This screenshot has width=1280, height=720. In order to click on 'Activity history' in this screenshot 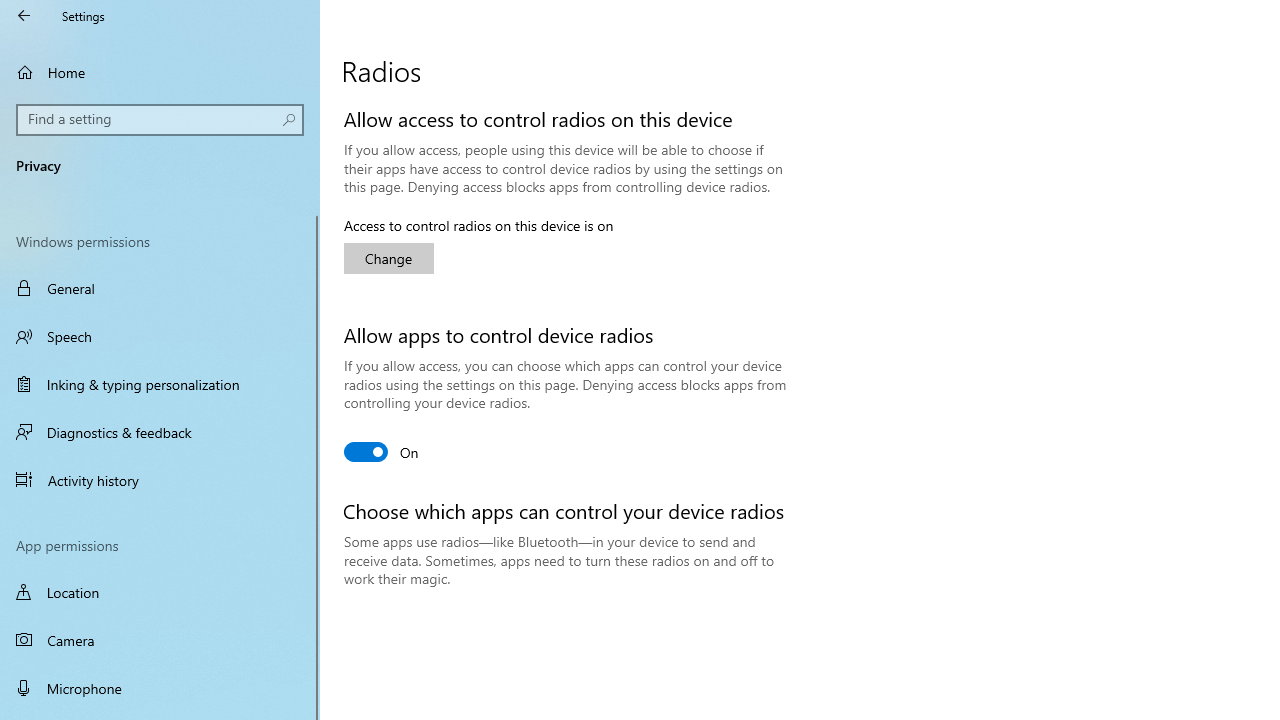, I will do `click(160, 479)`.